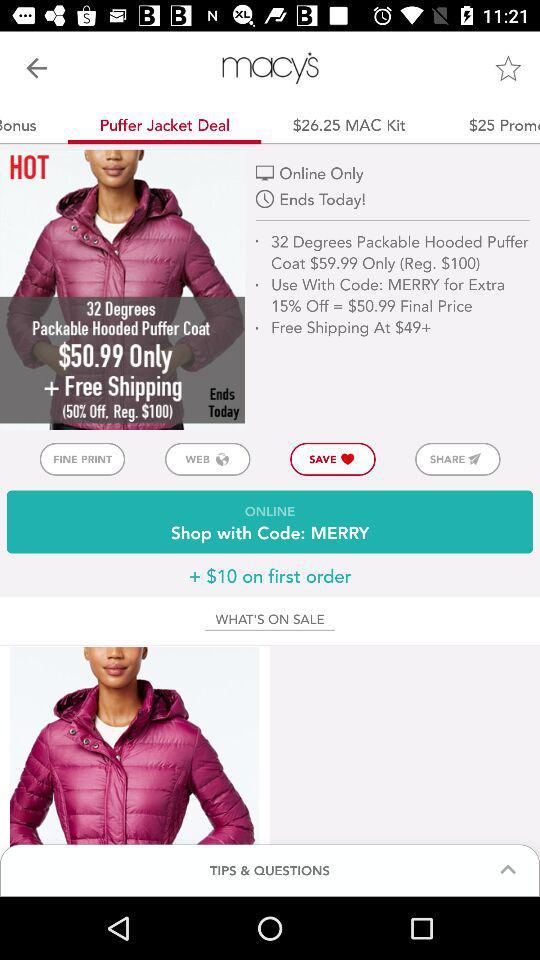 The height and width of the screenshot is (960, 540). Describe the element at coordinates (81, 459) in the screenshot. I see `item to the left of the web item` at that location.